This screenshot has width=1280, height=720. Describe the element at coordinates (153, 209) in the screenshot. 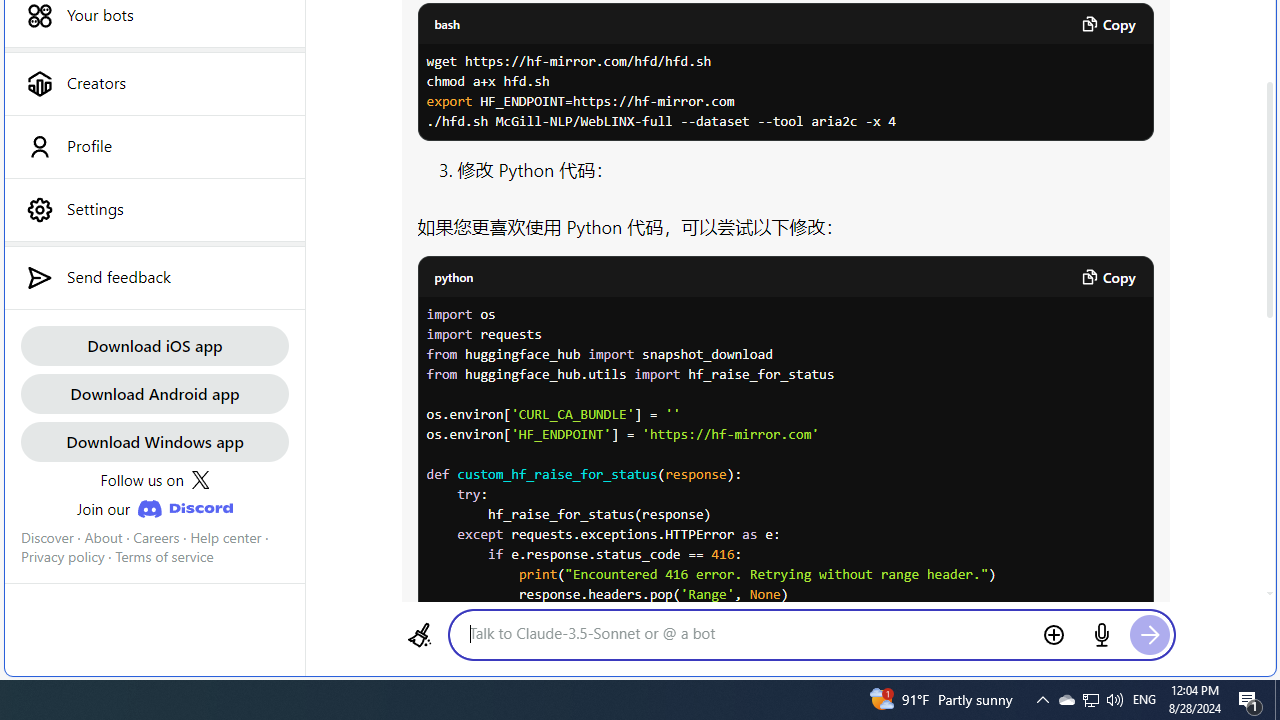

I see `'Settings'` at that location.